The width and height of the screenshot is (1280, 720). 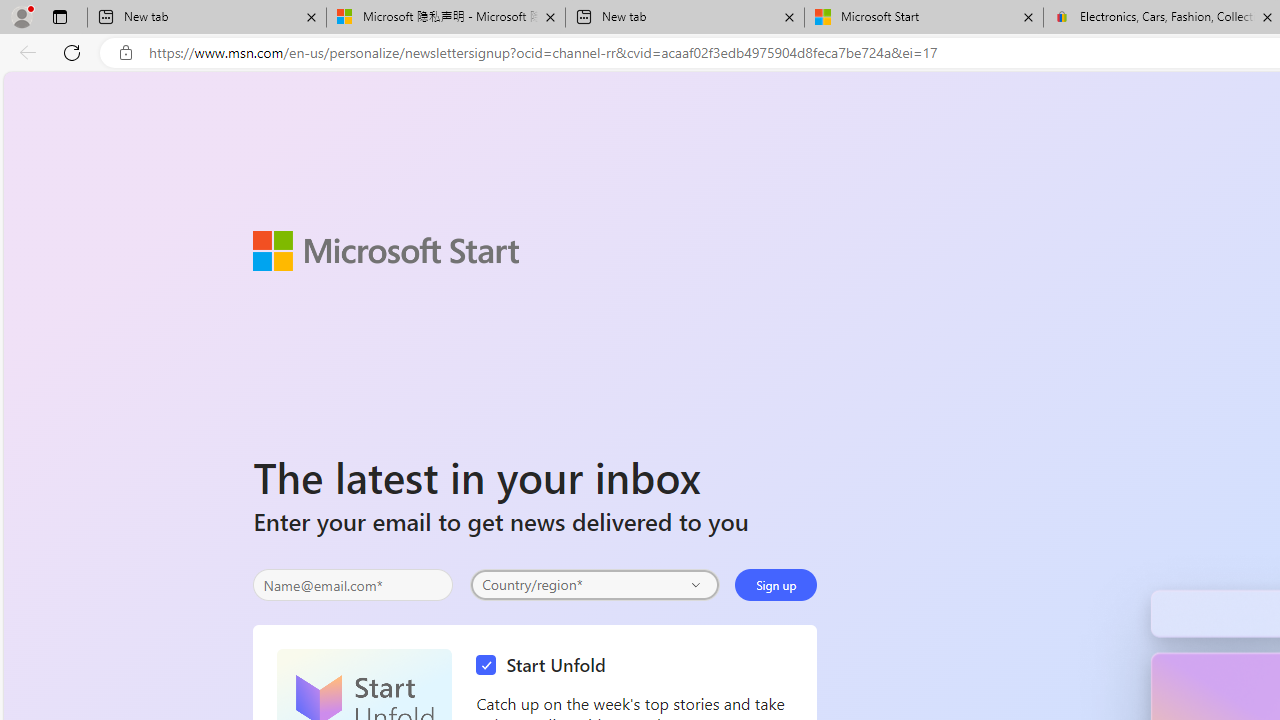 I want to click on 'Enter your email', so click(x=353, y=585).